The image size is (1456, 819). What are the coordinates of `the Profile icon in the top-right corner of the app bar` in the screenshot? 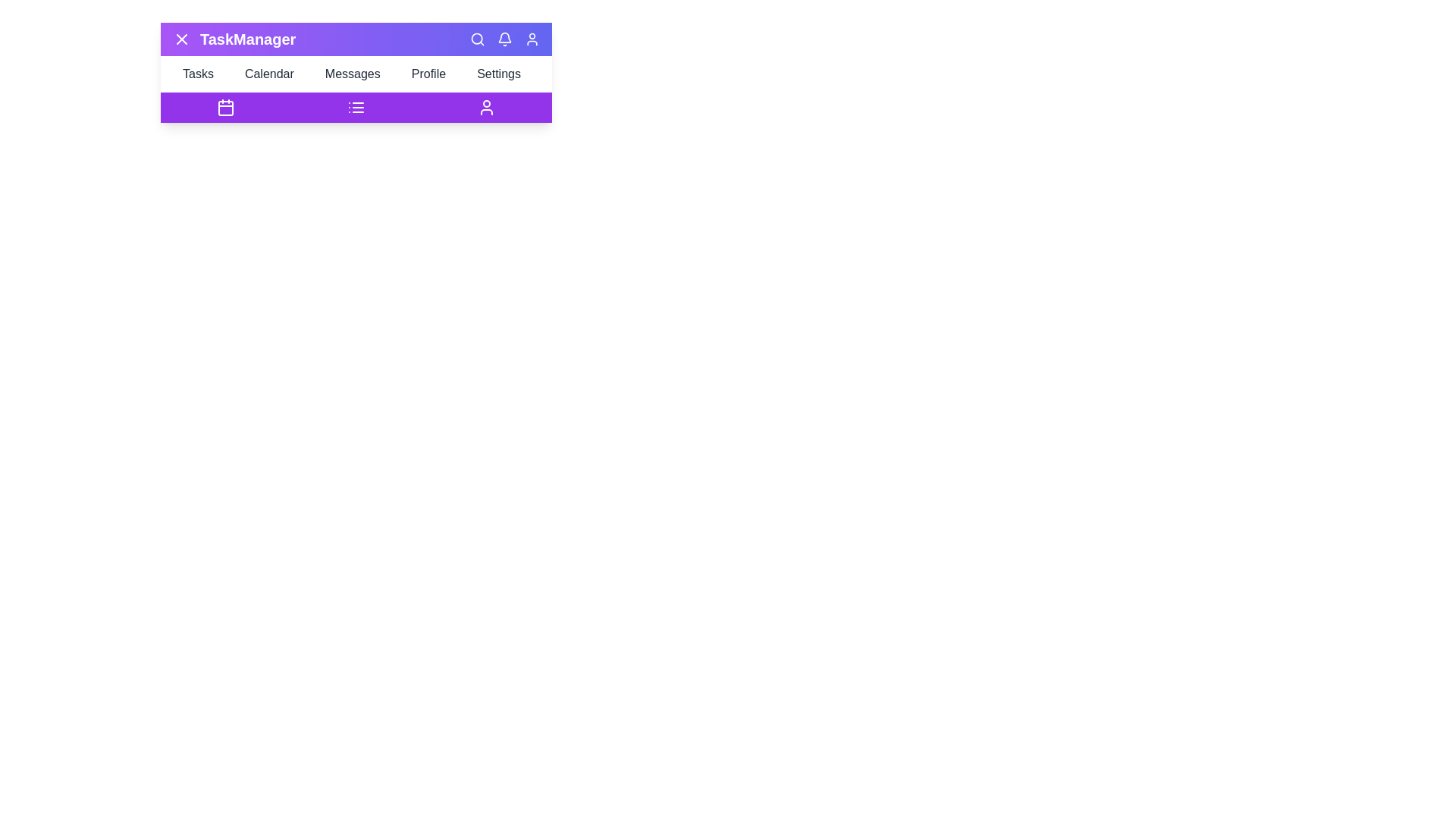 It's located at (532, 38).